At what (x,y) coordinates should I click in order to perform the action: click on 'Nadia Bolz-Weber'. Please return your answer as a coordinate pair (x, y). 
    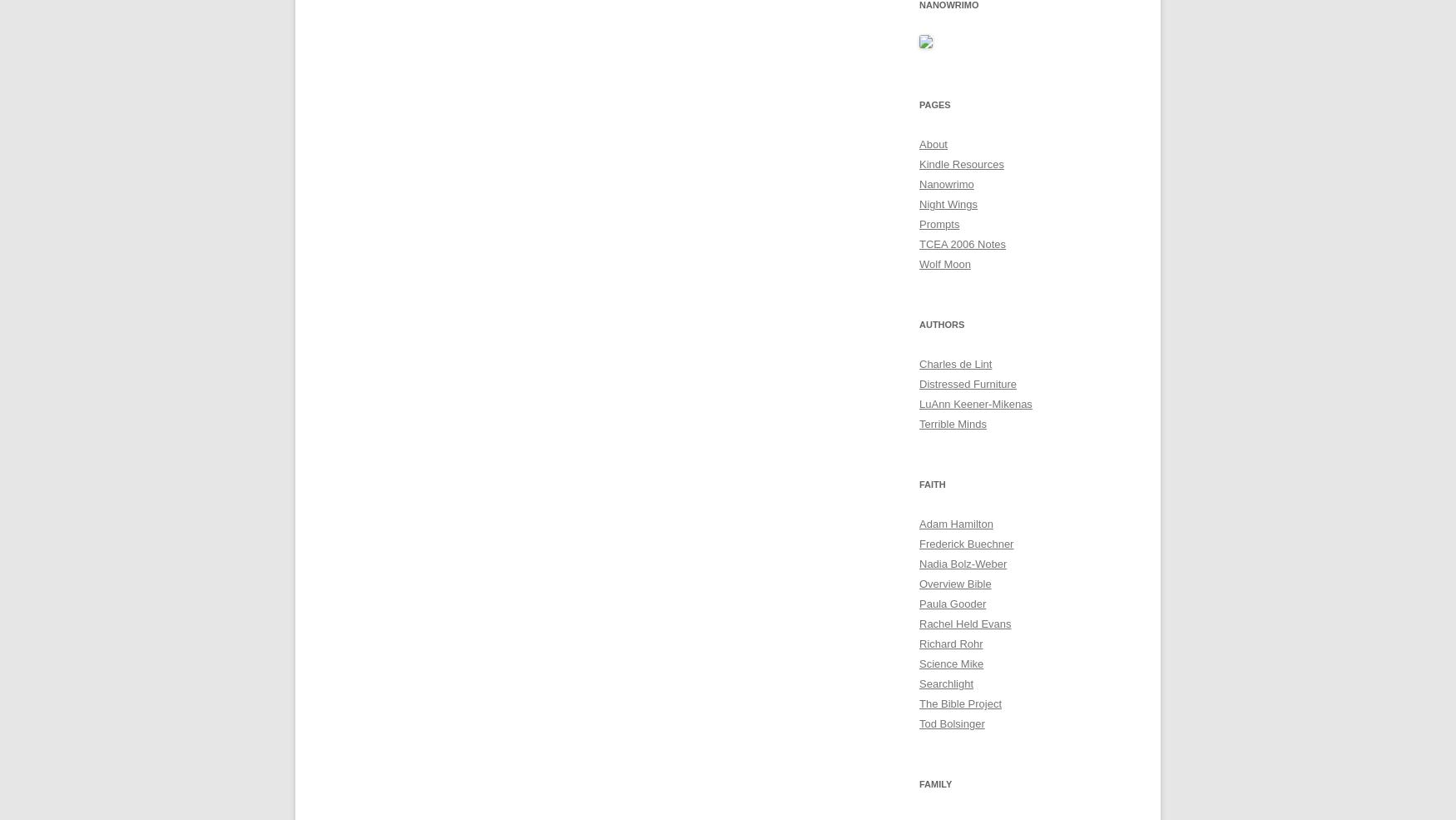
    Looking at the image, I should click on (919, 563).